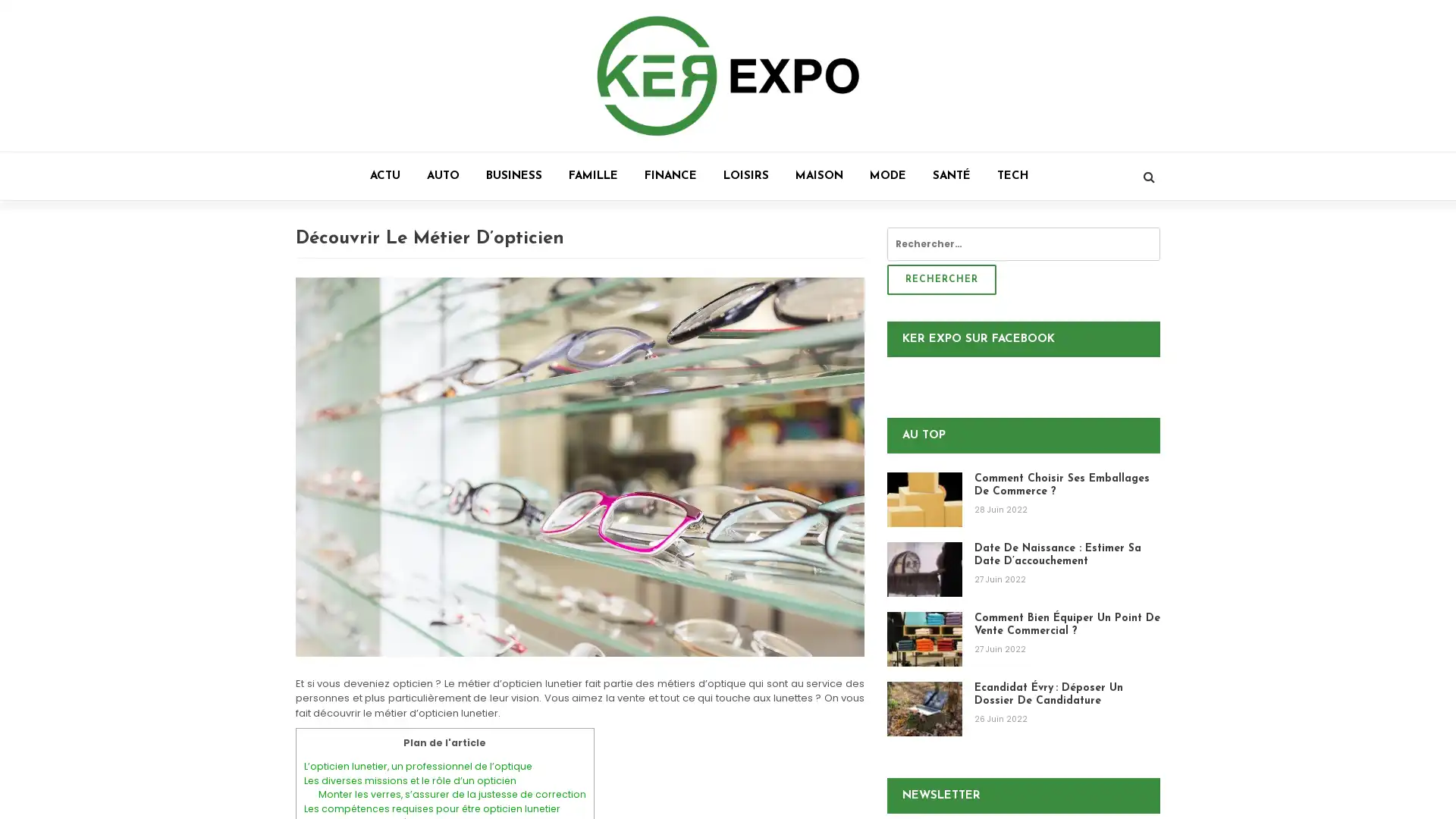 Image resolution: width=1456 pixels, height=819 pixels. What do you see at coordinates (941, 280) in the screenshot?
I see `Rechercher` at bounding box center [941, 280].